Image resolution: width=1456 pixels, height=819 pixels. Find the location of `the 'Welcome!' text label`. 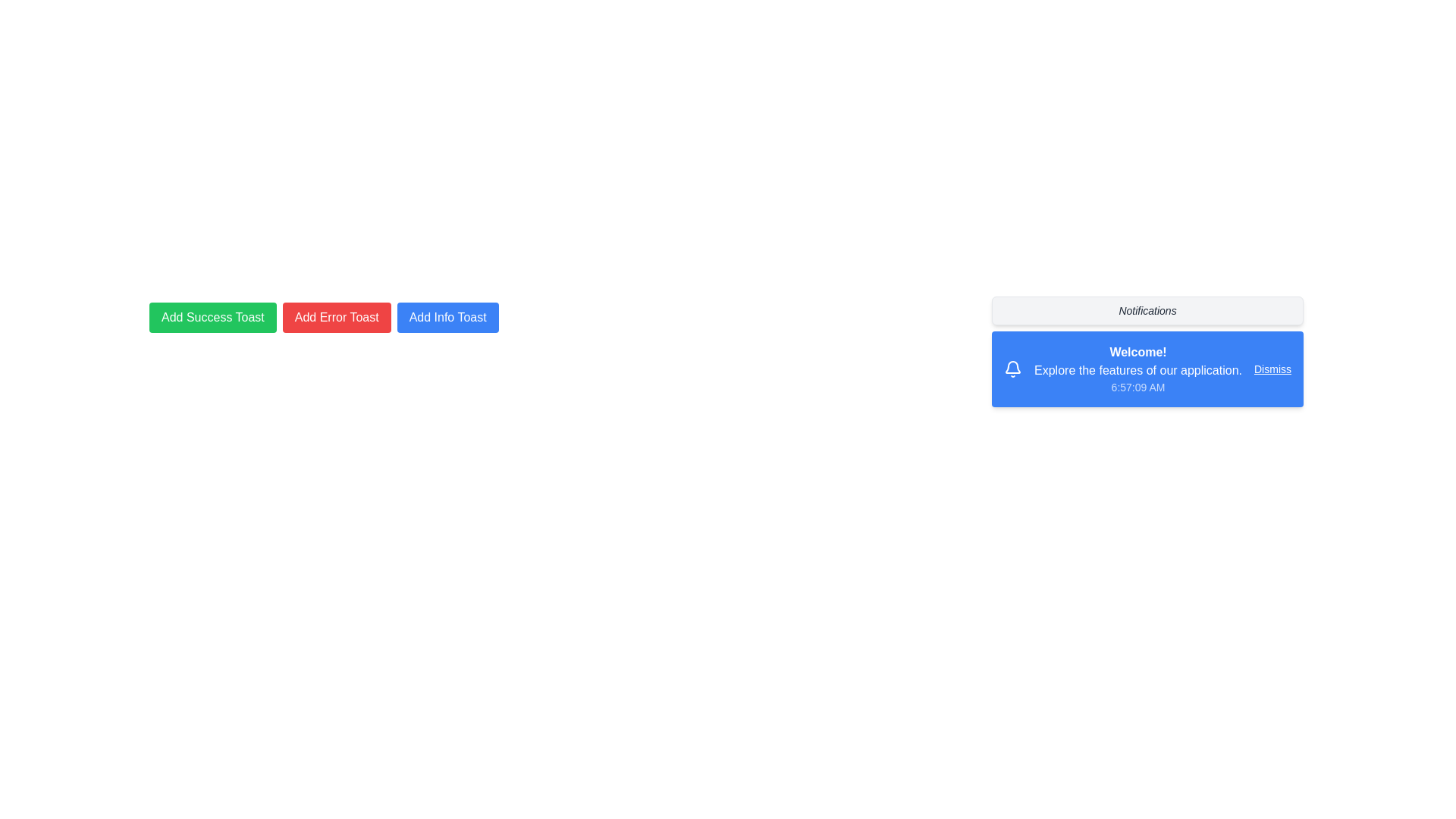

the 'Welcome!' text label is located at coordinates (1138, 352).